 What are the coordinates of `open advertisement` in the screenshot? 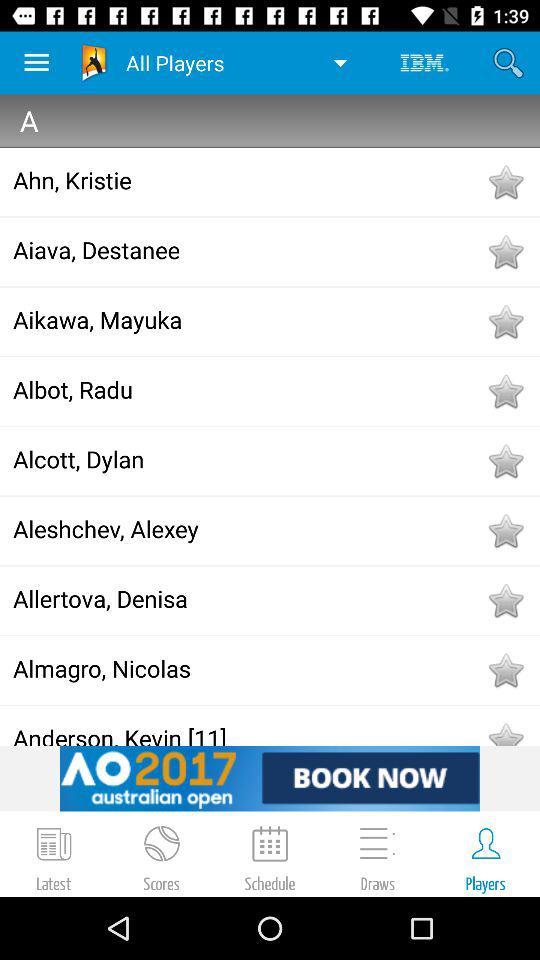 It's located at (270, 777).